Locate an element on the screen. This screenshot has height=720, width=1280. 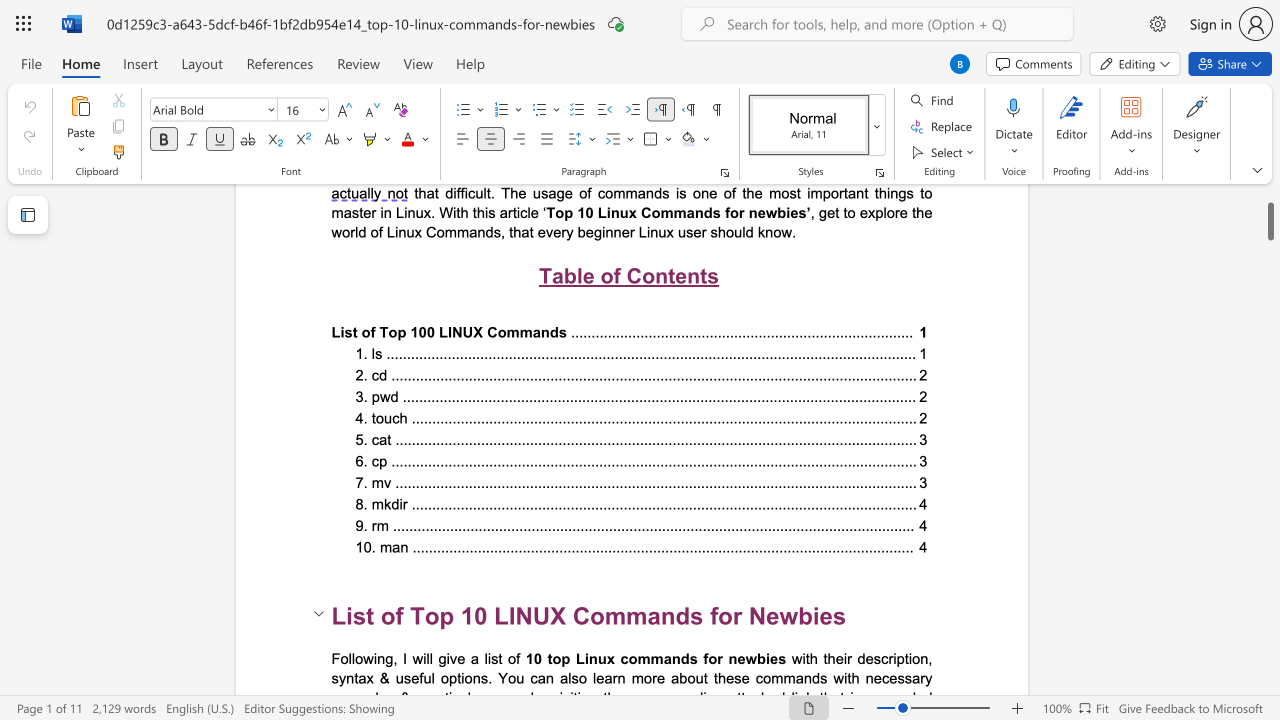
the space between the continuous character "t" and "o" in the text is located at coordinates (553, 658).